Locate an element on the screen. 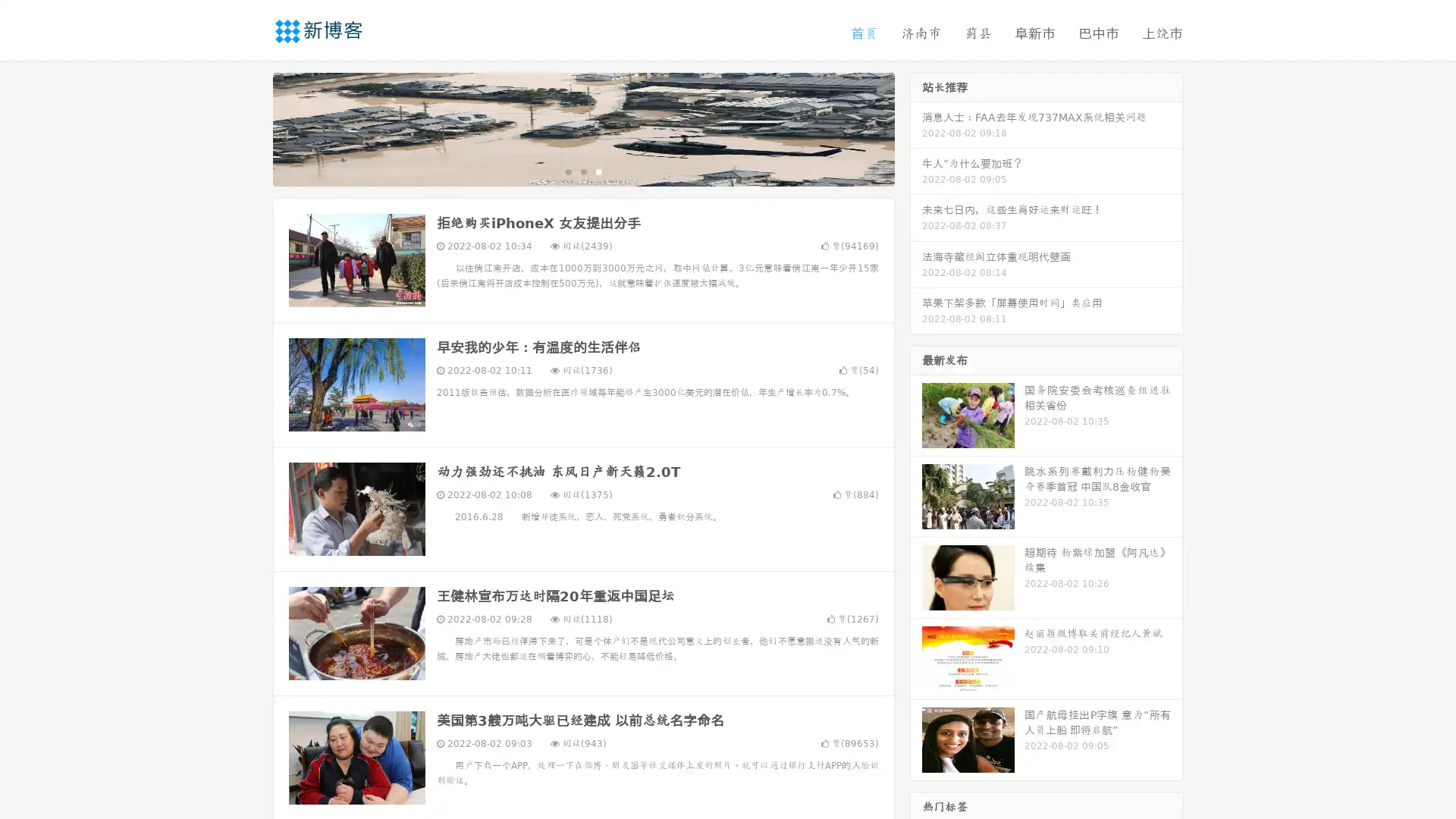  Previous slide is located at coordinates (250, 127).